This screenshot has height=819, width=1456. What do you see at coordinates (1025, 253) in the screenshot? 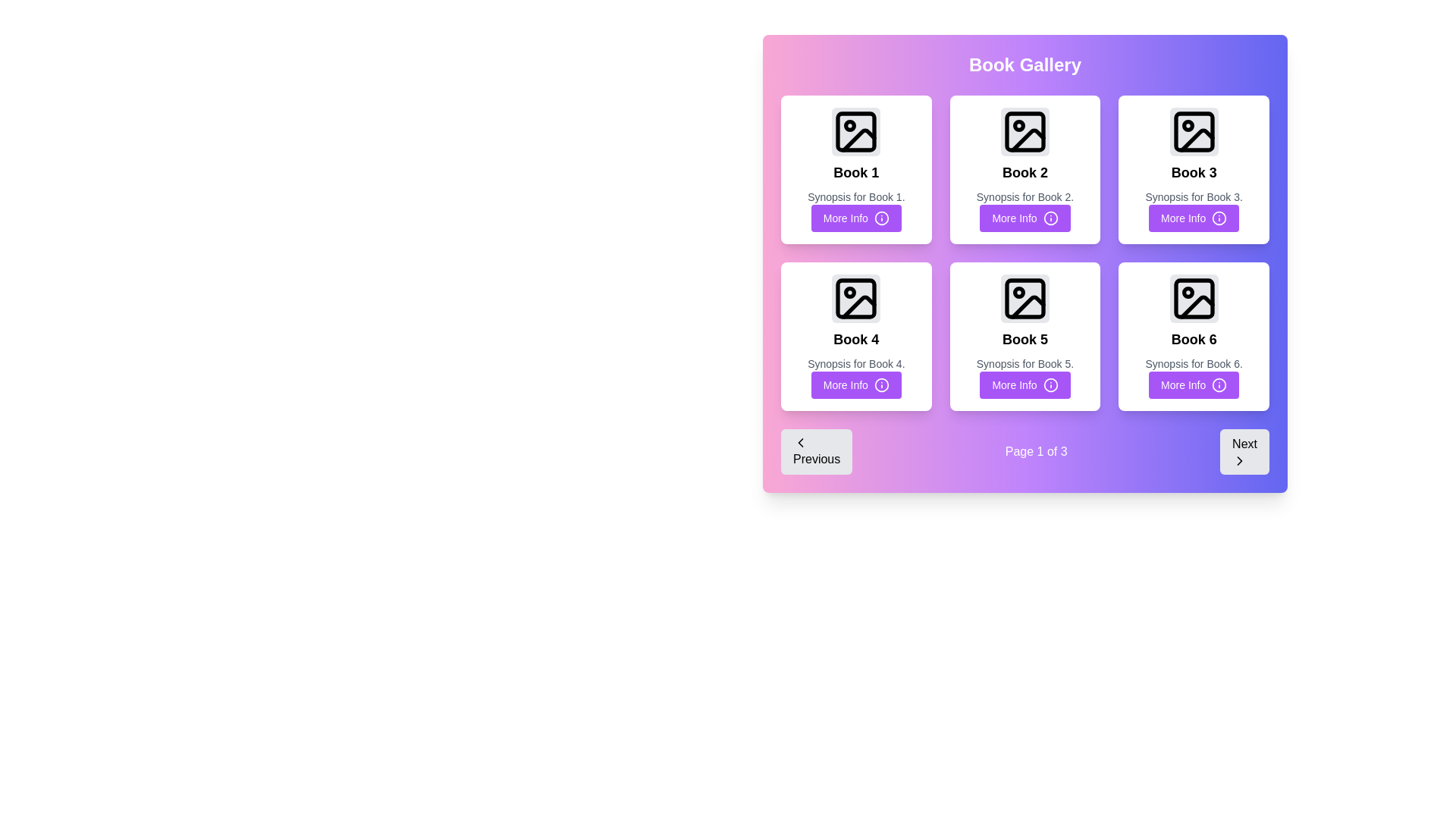
I see `the button of a specific book card in the Grid layout of the Book Gallery for more information` at bounding box center [1025, 253].